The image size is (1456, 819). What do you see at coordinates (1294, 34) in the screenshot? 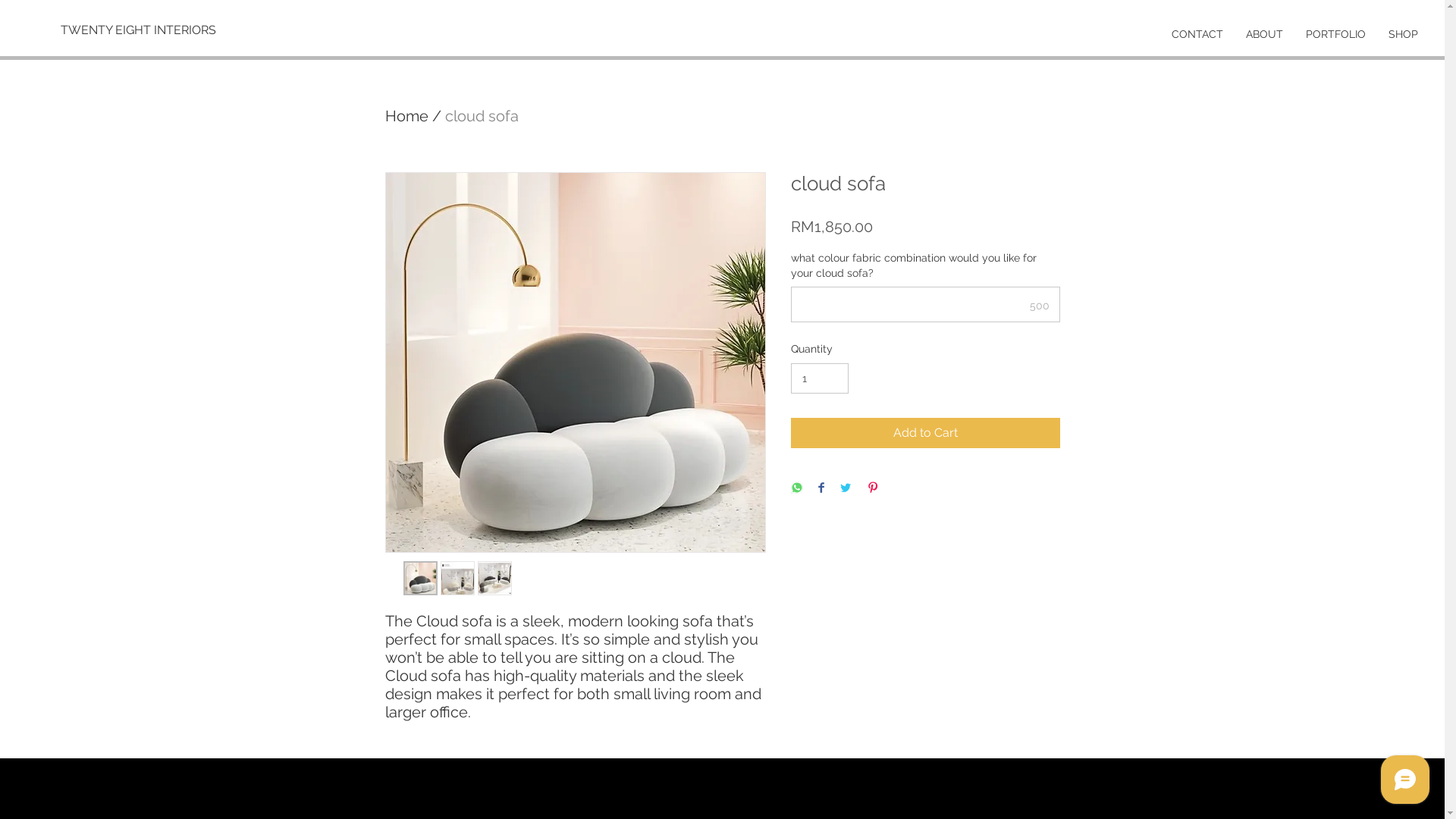
I see `'PORTFOLIO'` at bounding box center [1294, 34].